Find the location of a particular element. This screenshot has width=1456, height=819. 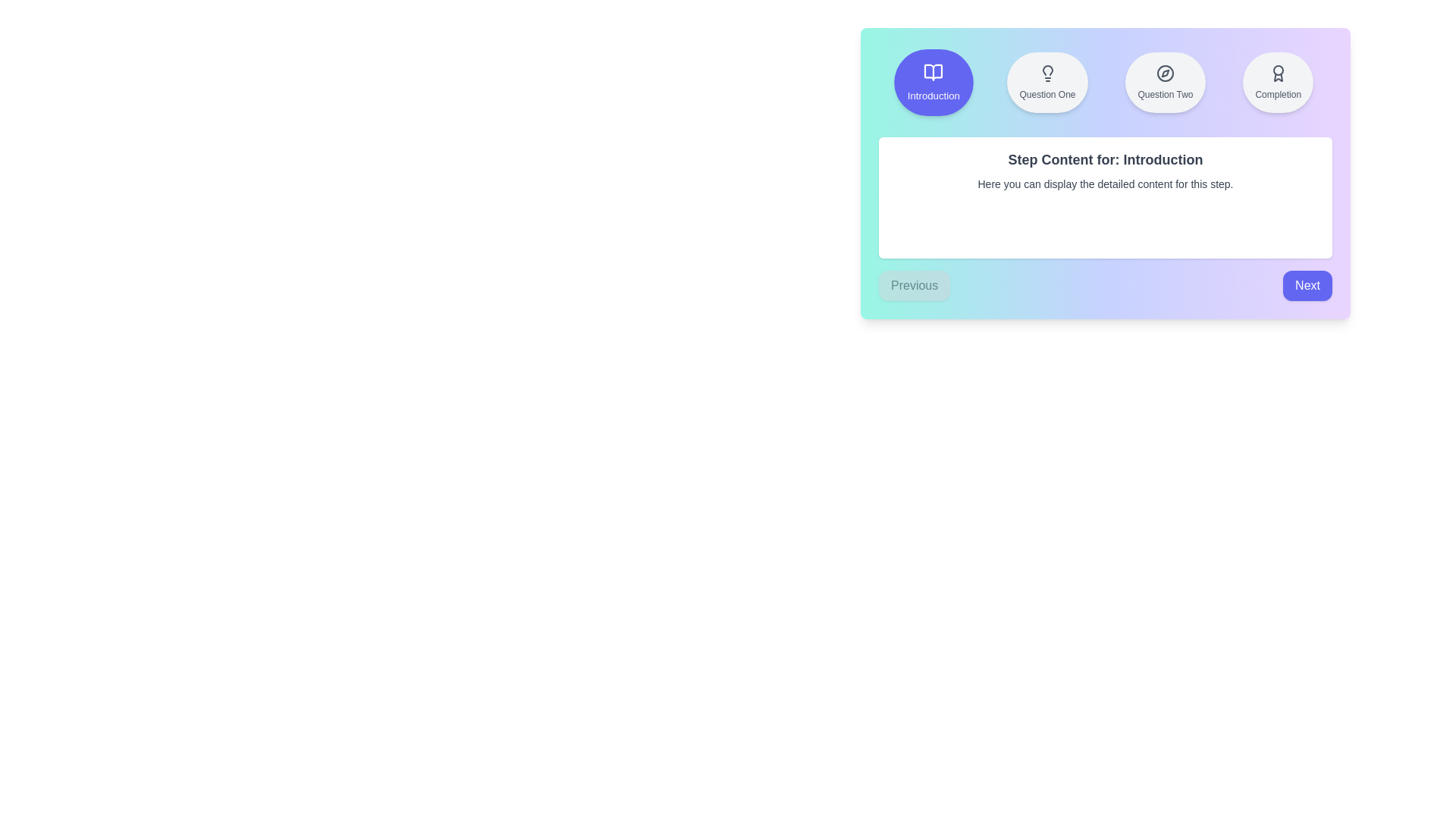

the 'Next' button to navigate to the next step is located at coordinates (1307, 286).